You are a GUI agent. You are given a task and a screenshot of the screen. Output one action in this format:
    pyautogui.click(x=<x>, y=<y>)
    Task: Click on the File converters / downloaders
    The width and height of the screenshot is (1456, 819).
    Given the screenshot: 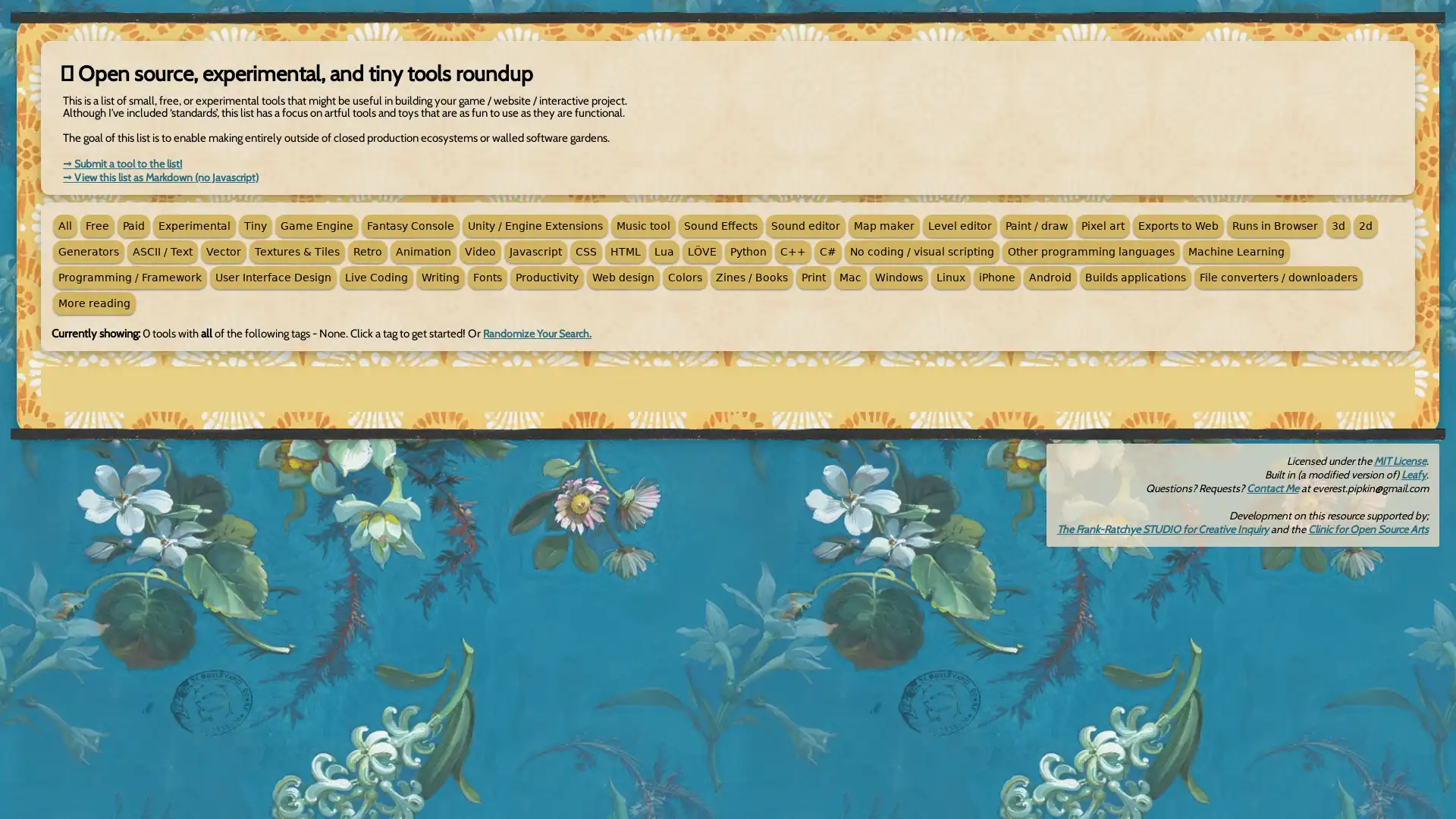 What is the action you would take?
    pyautogui.click(x=1277, y=278)
    